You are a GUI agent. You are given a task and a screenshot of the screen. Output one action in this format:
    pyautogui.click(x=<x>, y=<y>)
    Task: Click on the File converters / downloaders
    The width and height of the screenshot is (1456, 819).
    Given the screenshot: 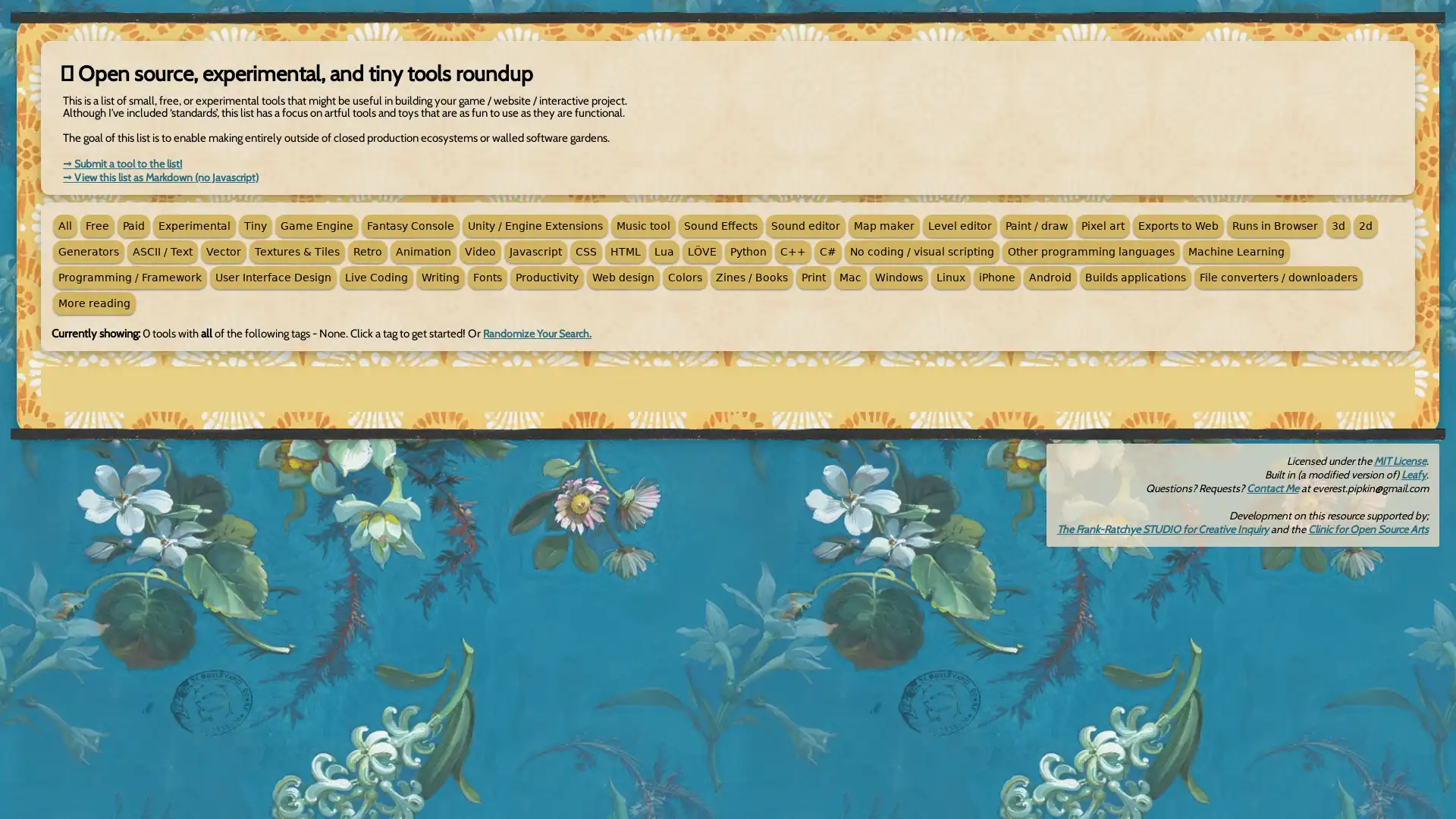 What is the action you would take?
    pyautogui.click(x=1277, y=278)
    